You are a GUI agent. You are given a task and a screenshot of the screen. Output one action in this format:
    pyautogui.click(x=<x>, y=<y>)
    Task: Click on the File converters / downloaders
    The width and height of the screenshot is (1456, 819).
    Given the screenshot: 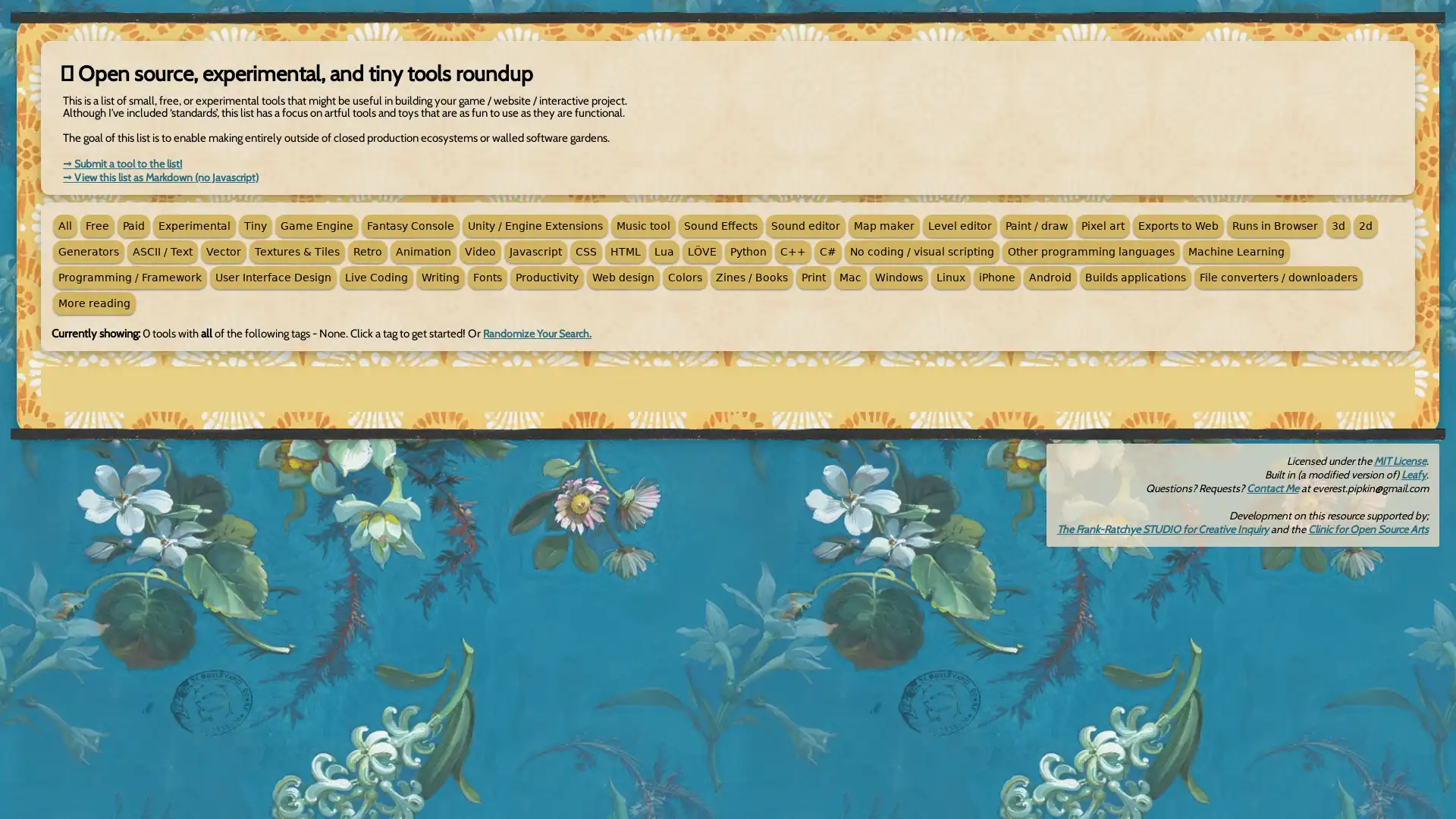 What is the action you would take?
    pyautogui.click(x=1277, y=278)
    